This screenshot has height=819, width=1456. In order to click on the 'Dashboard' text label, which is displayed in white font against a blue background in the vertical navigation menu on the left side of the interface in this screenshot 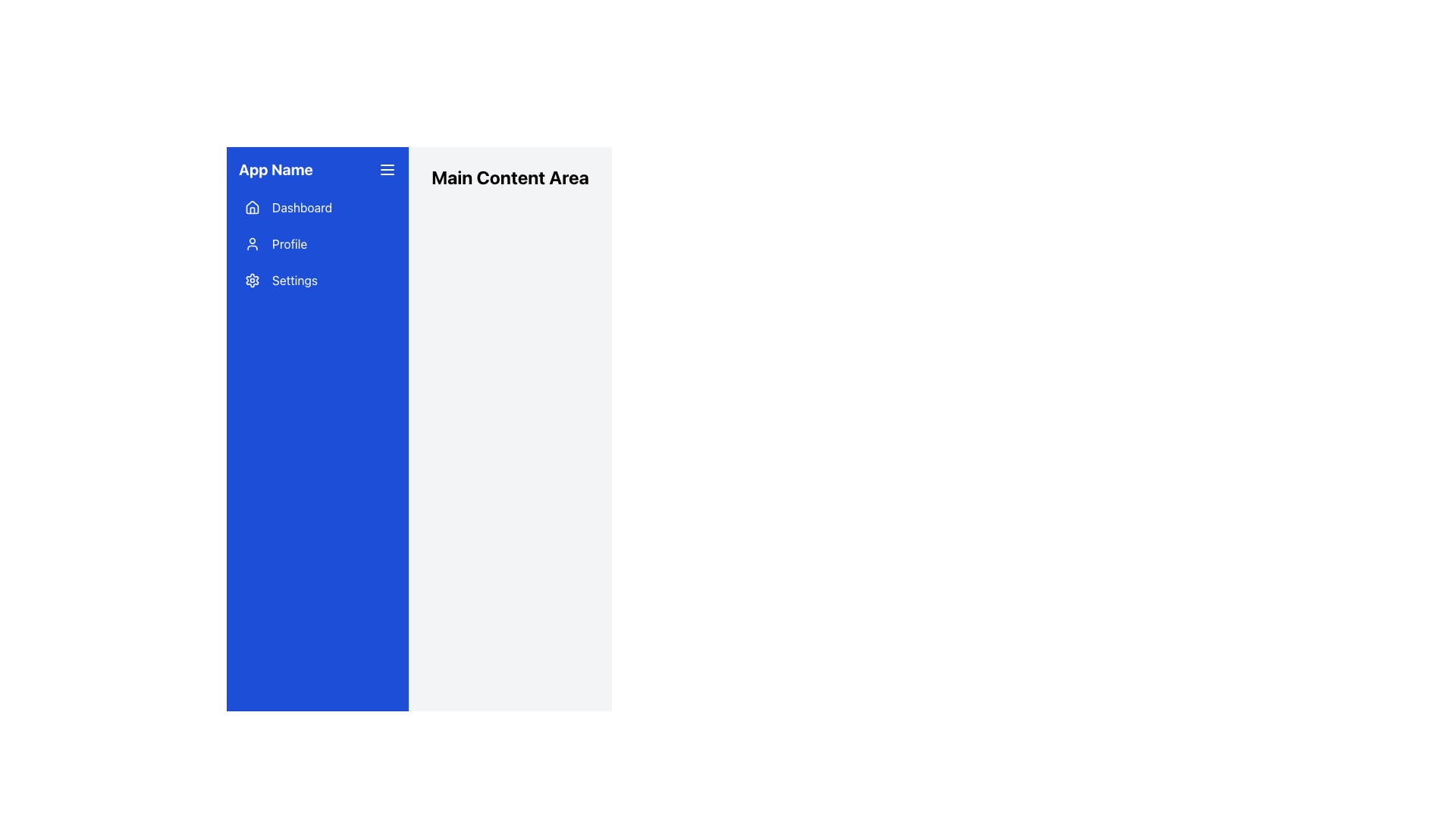, I will do `click(302, 207)`.